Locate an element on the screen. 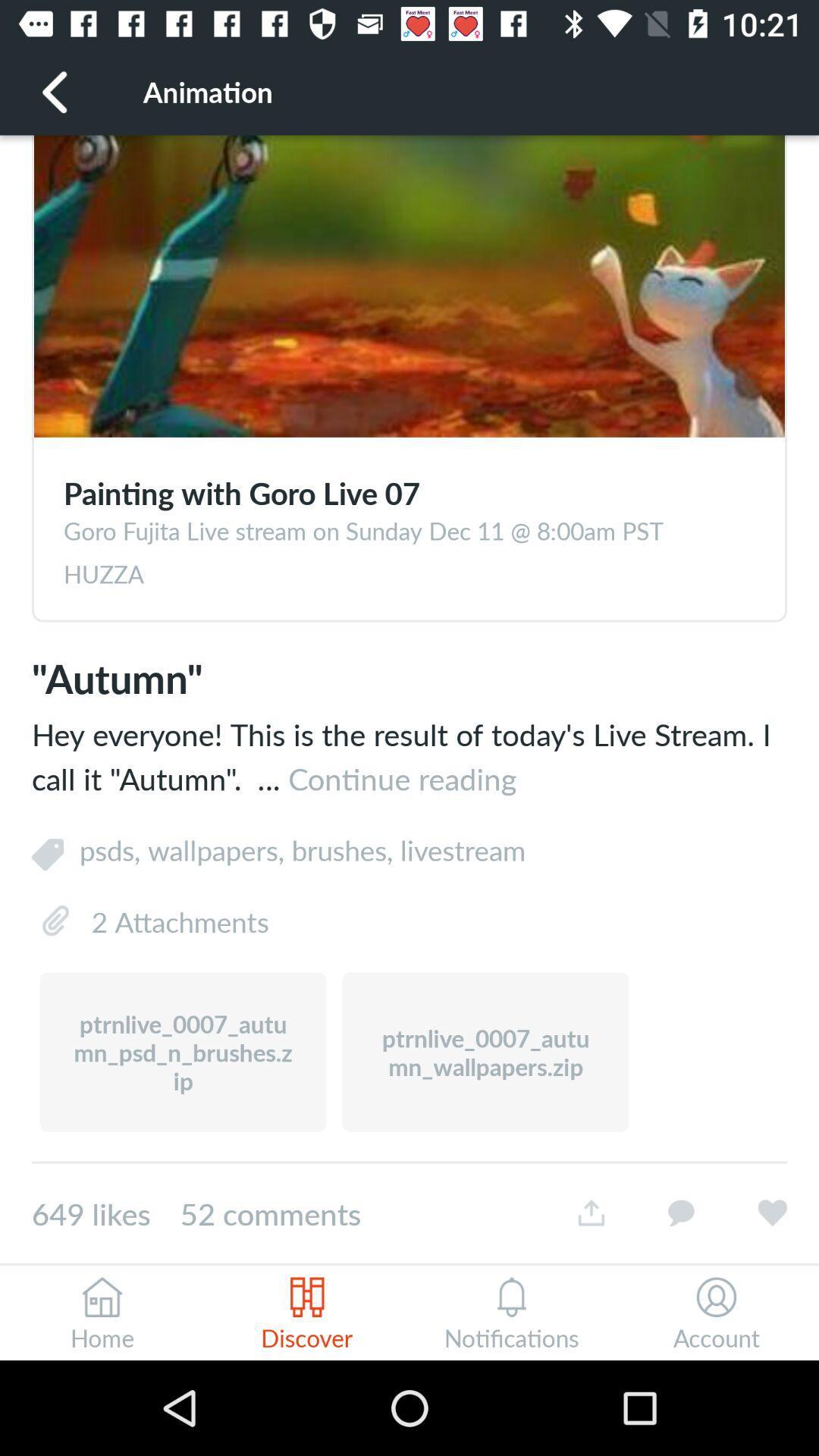  the icon below the "autumn" item is located at coordinates (409, 756).